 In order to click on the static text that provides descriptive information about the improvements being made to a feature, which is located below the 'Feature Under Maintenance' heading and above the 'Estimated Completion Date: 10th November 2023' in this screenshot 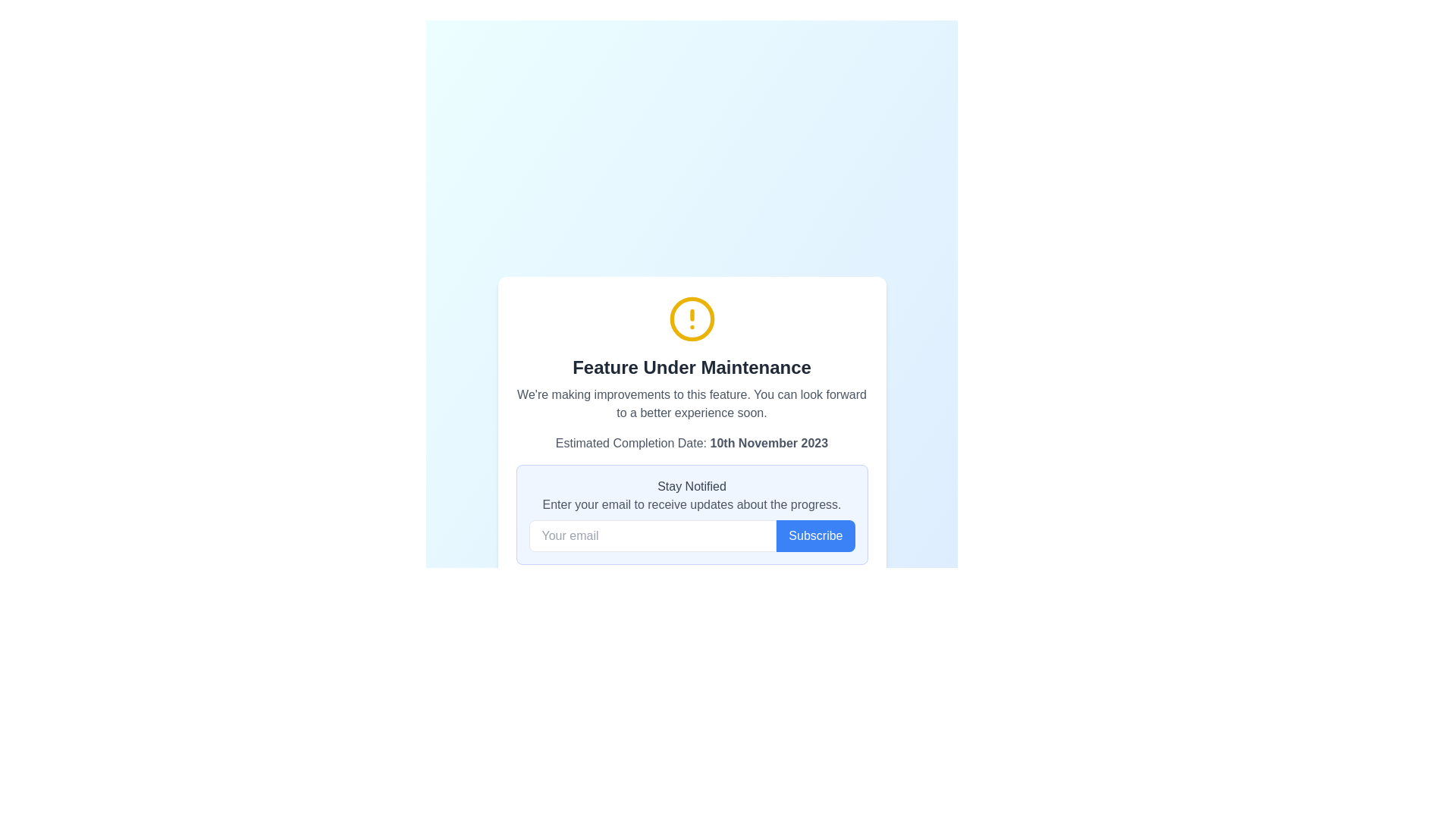, I will do `click(691, 403)`.